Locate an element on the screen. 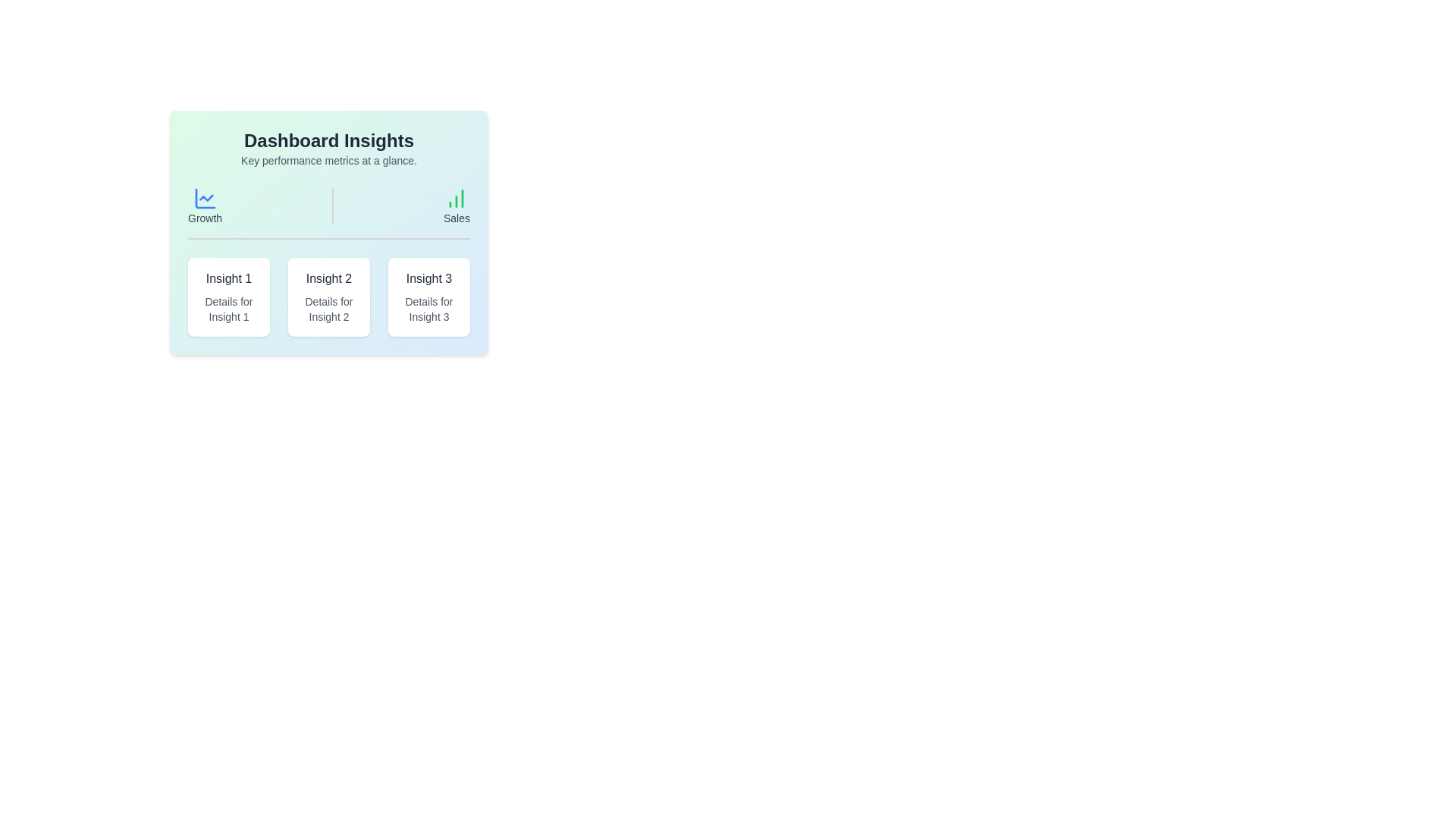 The width and height of the screenshot is (1456, 819). the 'Dashboard Insights' text block, which features a bold title and a subtitle in a gradient background, centrally aligned at the top of the card component is located at coordinates (328, 149).